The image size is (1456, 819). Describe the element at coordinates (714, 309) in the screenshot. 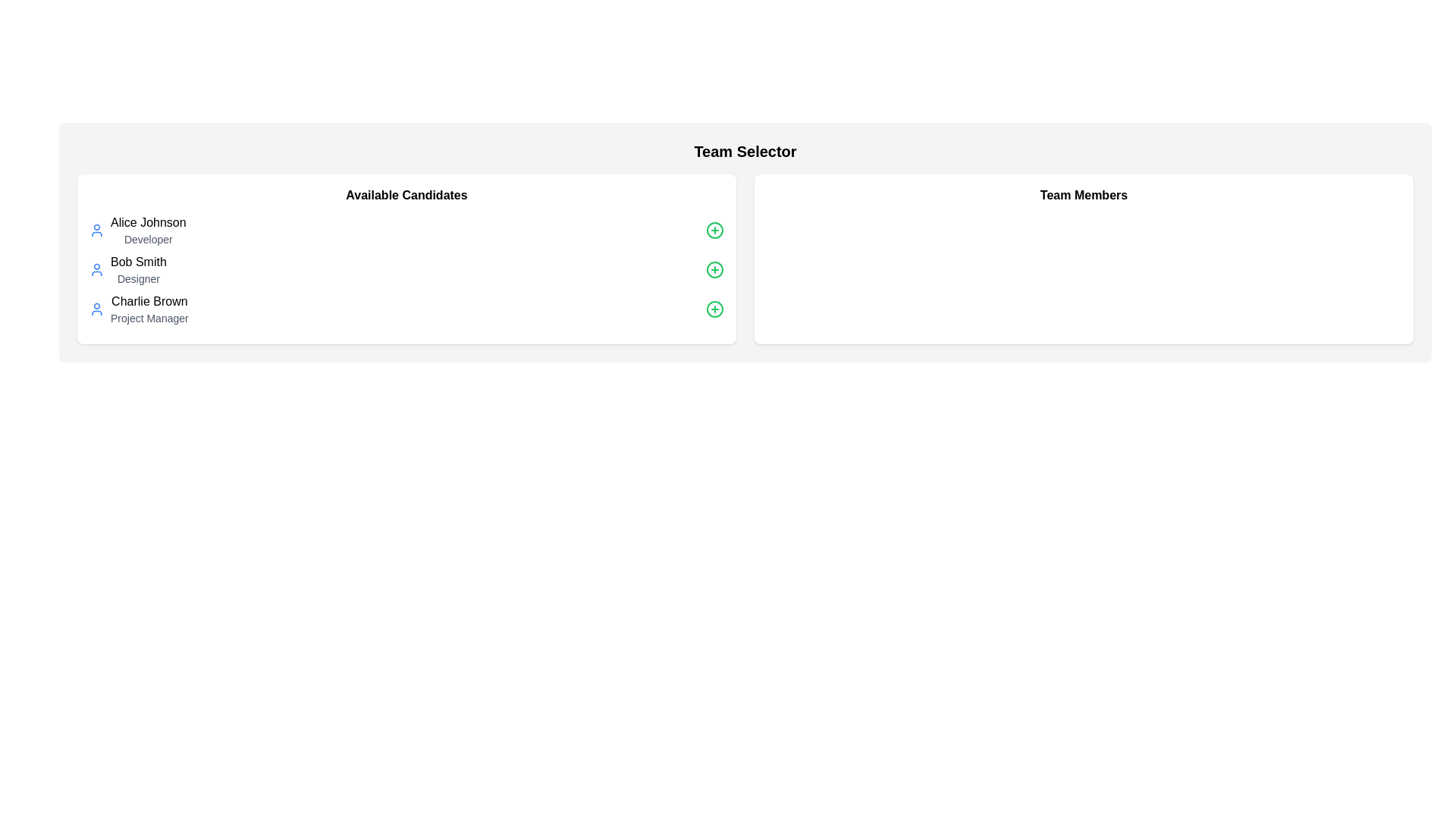

I see `the button located to the right of the 'Charlie Brown Project Manager' entry in the list of candidates` at that location.